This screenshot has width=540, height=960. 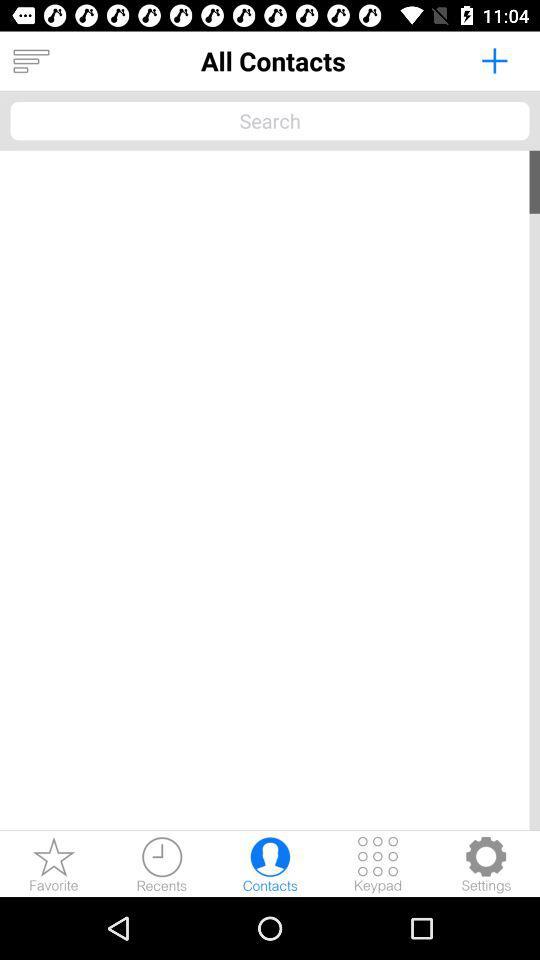 What do you see at coordinates (485, 863) in the screenshot?
I see `adjust the settings` at bounding box center [485, 863].